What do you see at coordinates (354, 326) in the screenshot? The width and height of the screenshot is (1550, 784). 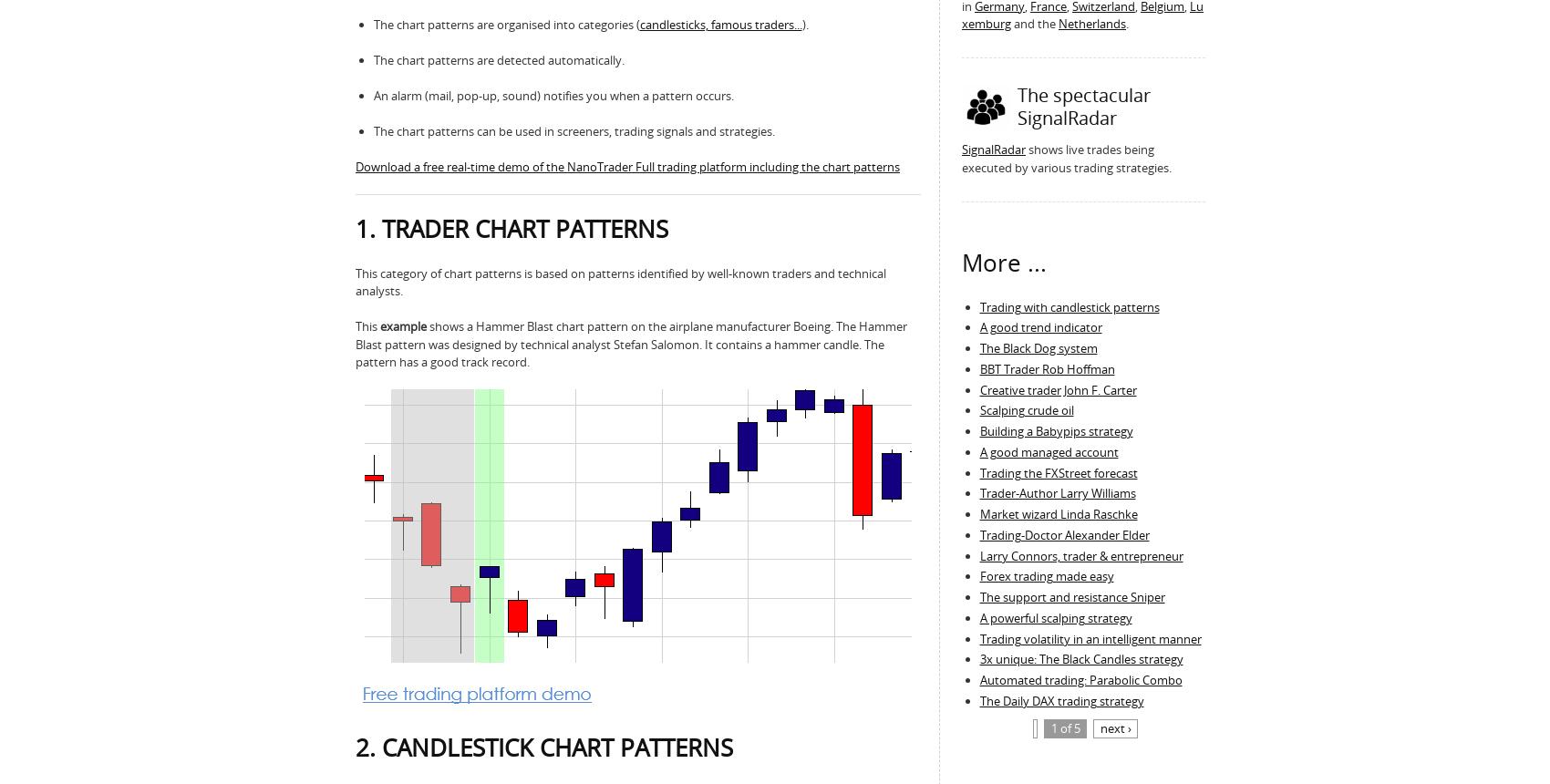 I see `'This'` at bounding box center [354, 326].